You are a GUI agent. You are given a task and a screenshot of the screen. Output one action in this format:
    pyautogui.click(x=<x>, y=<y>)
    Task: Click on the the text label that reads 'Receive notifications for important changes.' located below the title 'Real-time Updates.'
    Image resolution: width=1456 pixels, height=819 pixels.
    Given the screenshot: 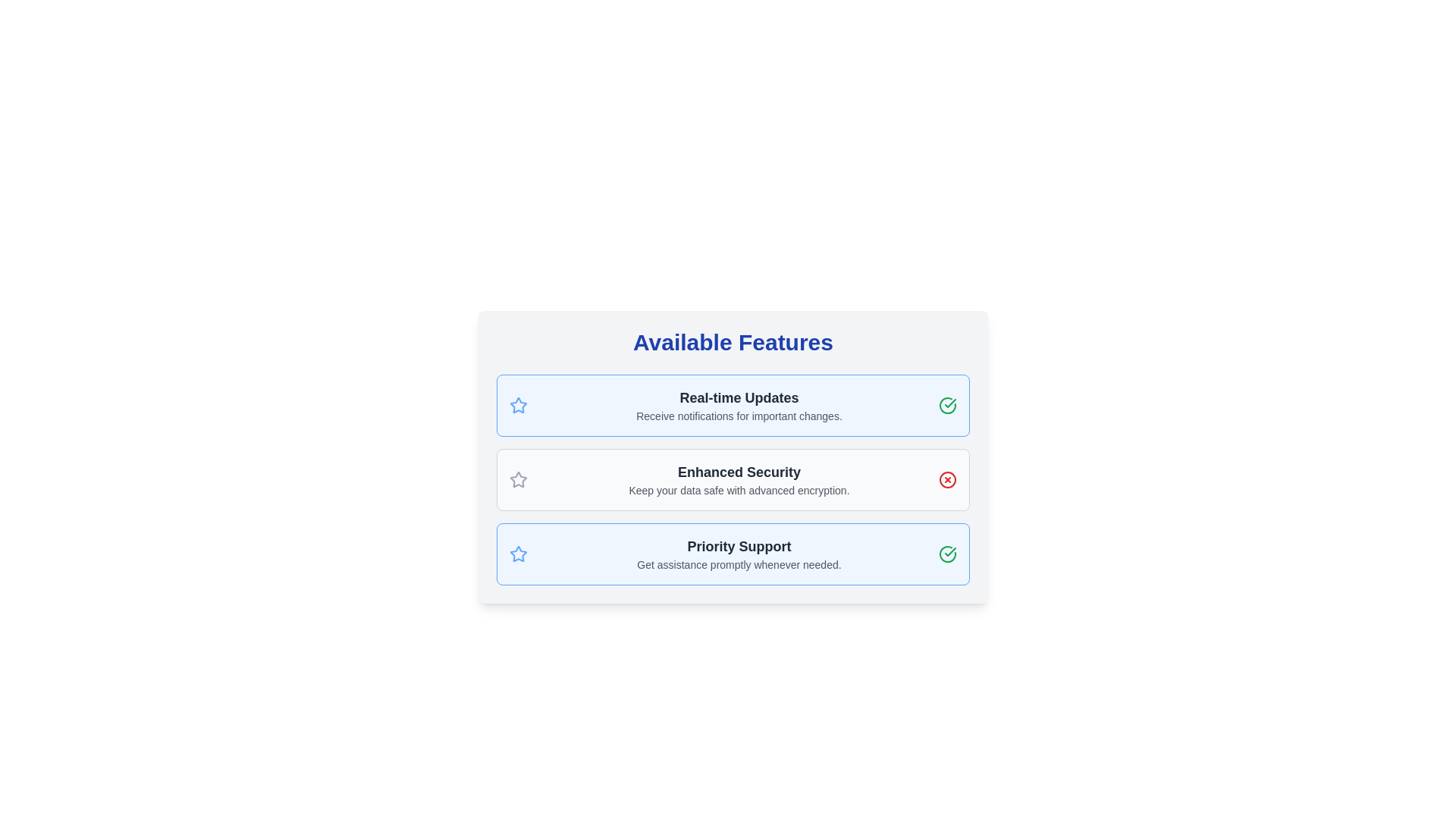 What is the action you would take?
    pyautogui.click(x=739, y=416)
    